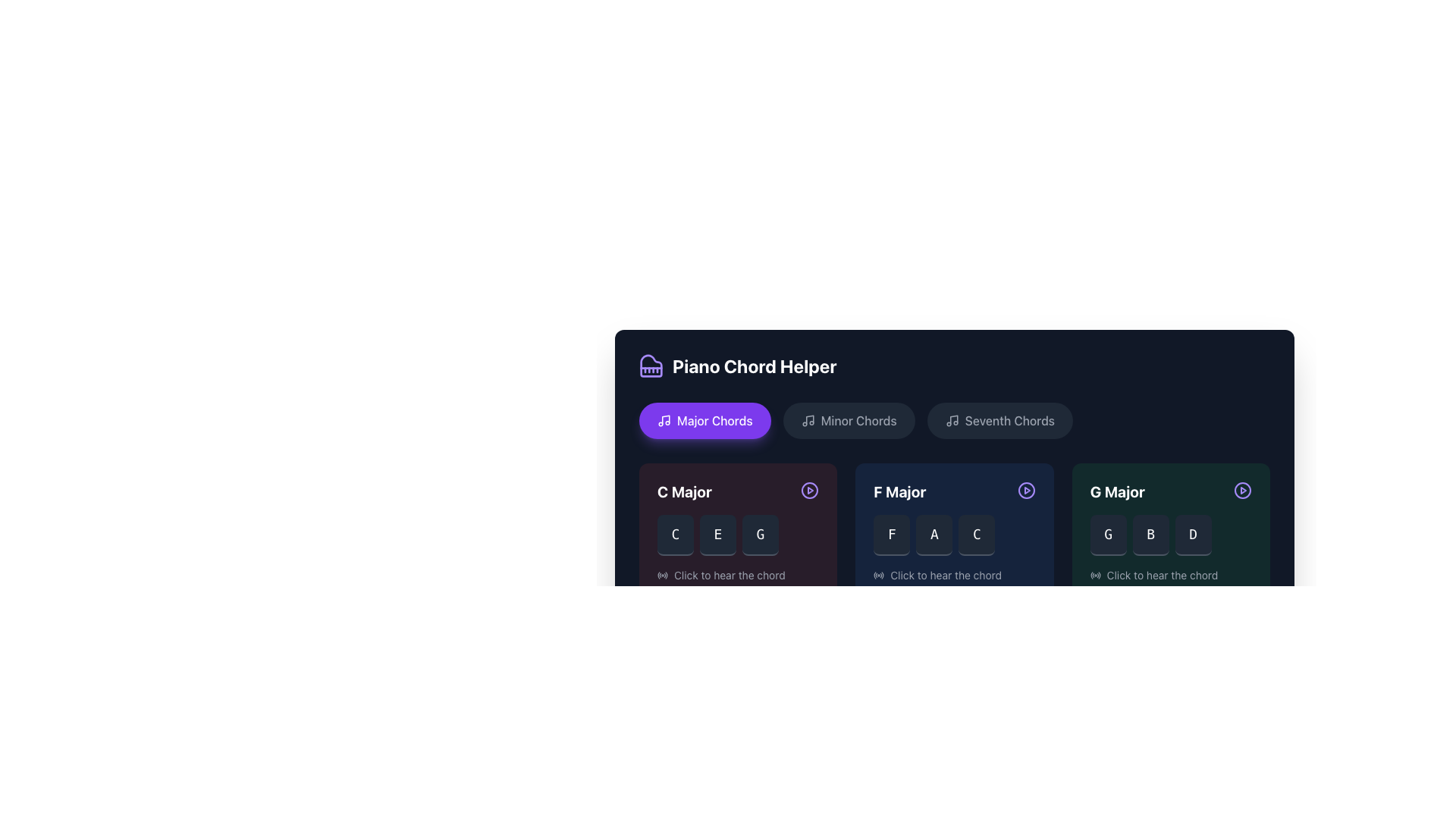  What do you see at coordinates (1095, 576) in the screenshot?
I see `the auditory functionality icon located at the beginning of the section containing the text 'Click to hear the chord'` at bounding box center [1095, 576].